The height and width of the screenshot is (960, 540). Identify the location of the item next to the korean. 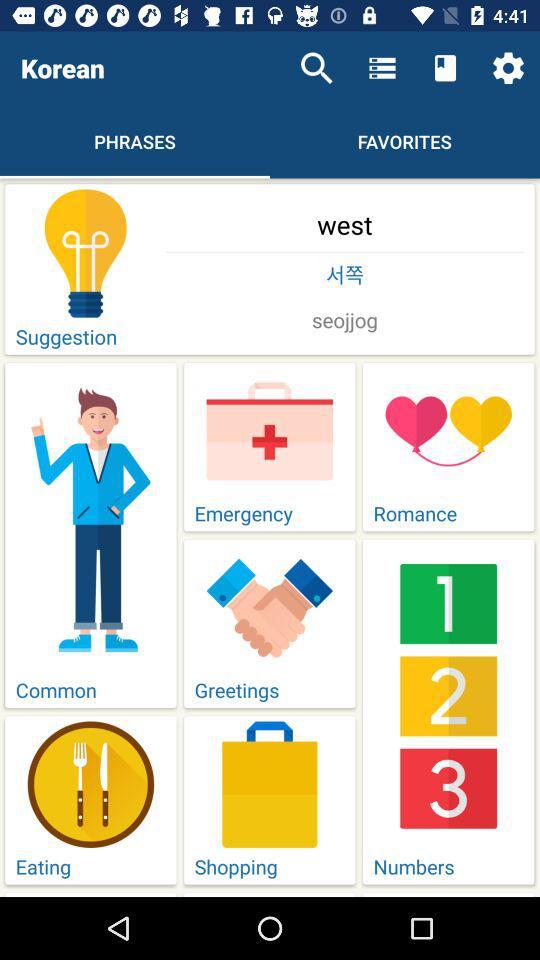
(316, 68).